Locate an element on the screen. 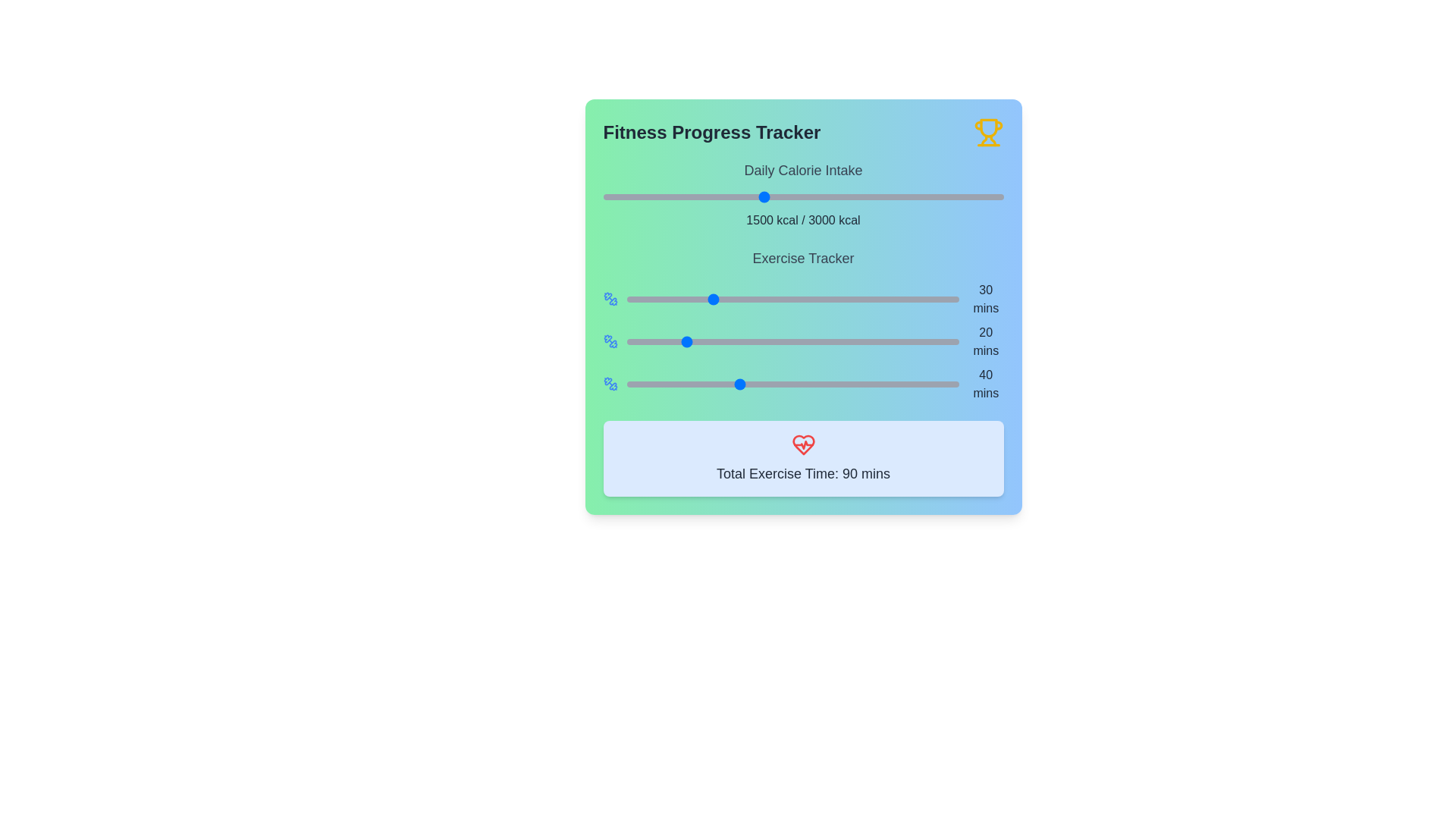  the slider value is located at coordinates (862, 299).